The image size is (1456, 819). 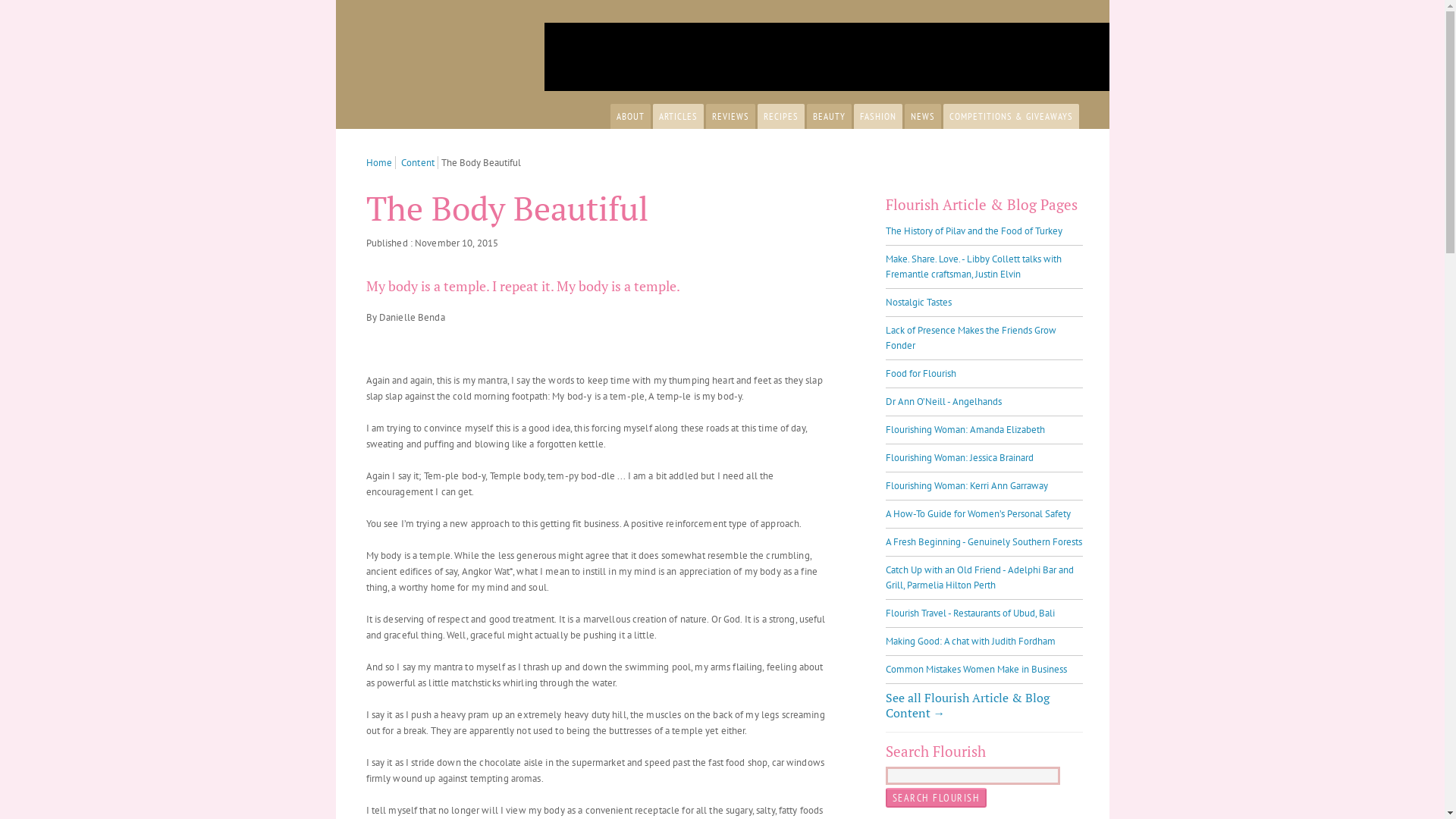 I want to click on 'Common Mistakes Women Make in Business', so click(x=976, y=668).